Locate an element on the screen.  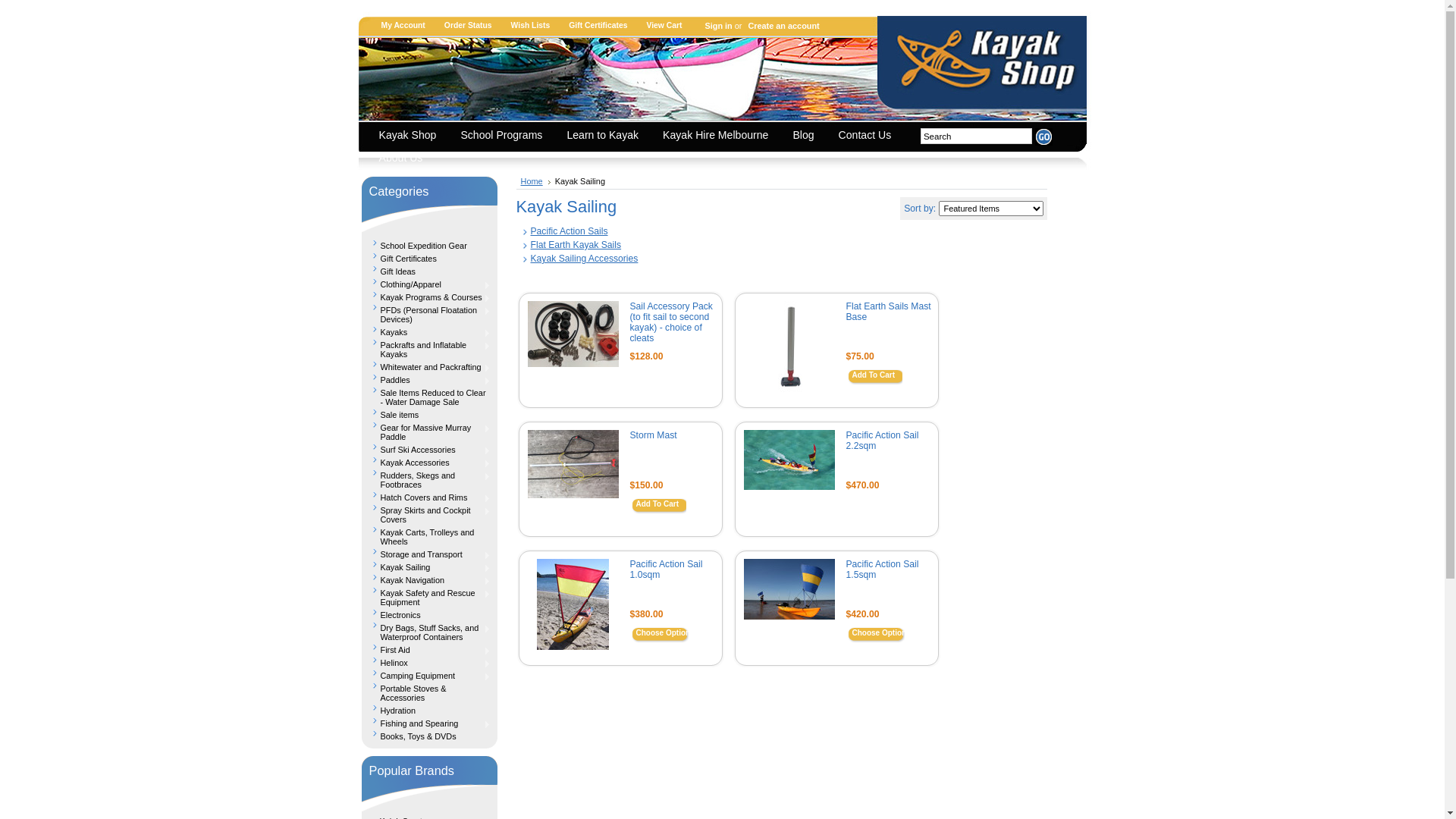
'School Programs' is located at coordinates (451, 136).